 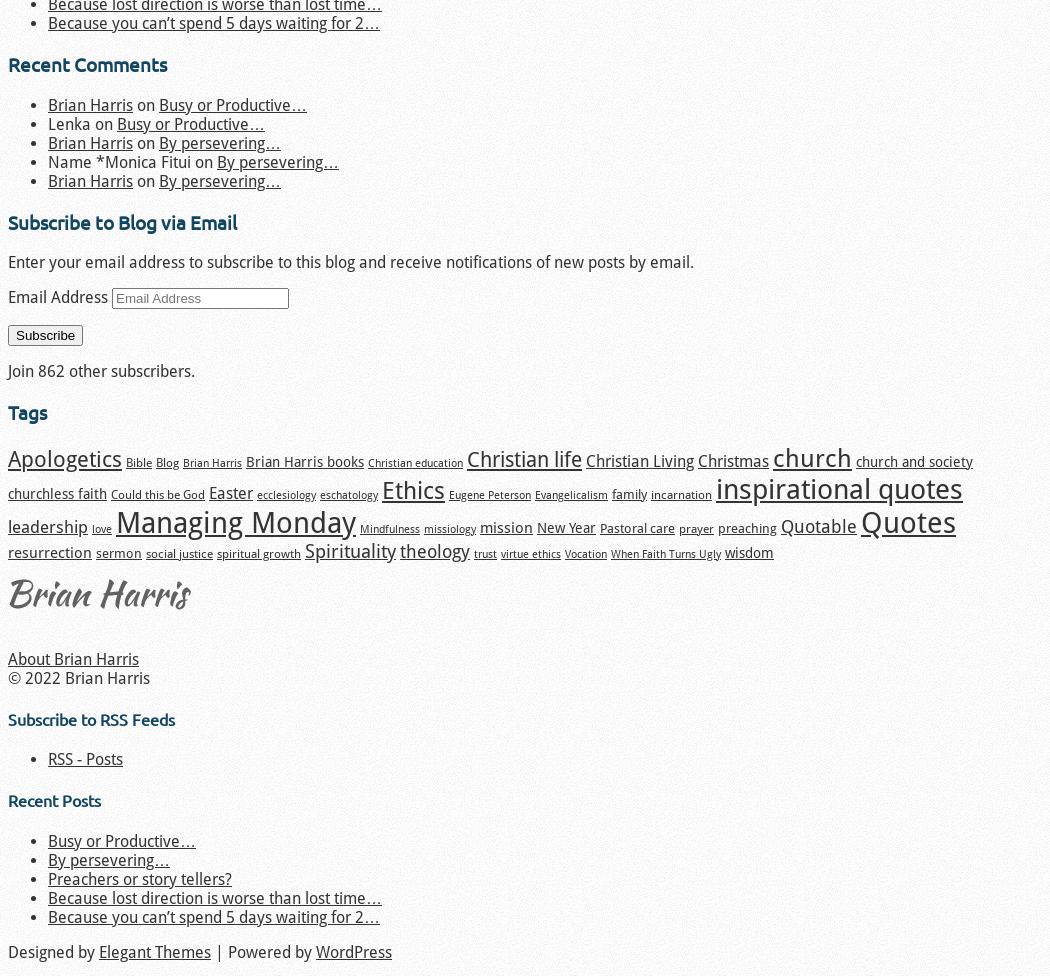 What do you see at coordinates (117, 552) in the screenshot?
I see `'sermon'` at bounding box center [117, 552].